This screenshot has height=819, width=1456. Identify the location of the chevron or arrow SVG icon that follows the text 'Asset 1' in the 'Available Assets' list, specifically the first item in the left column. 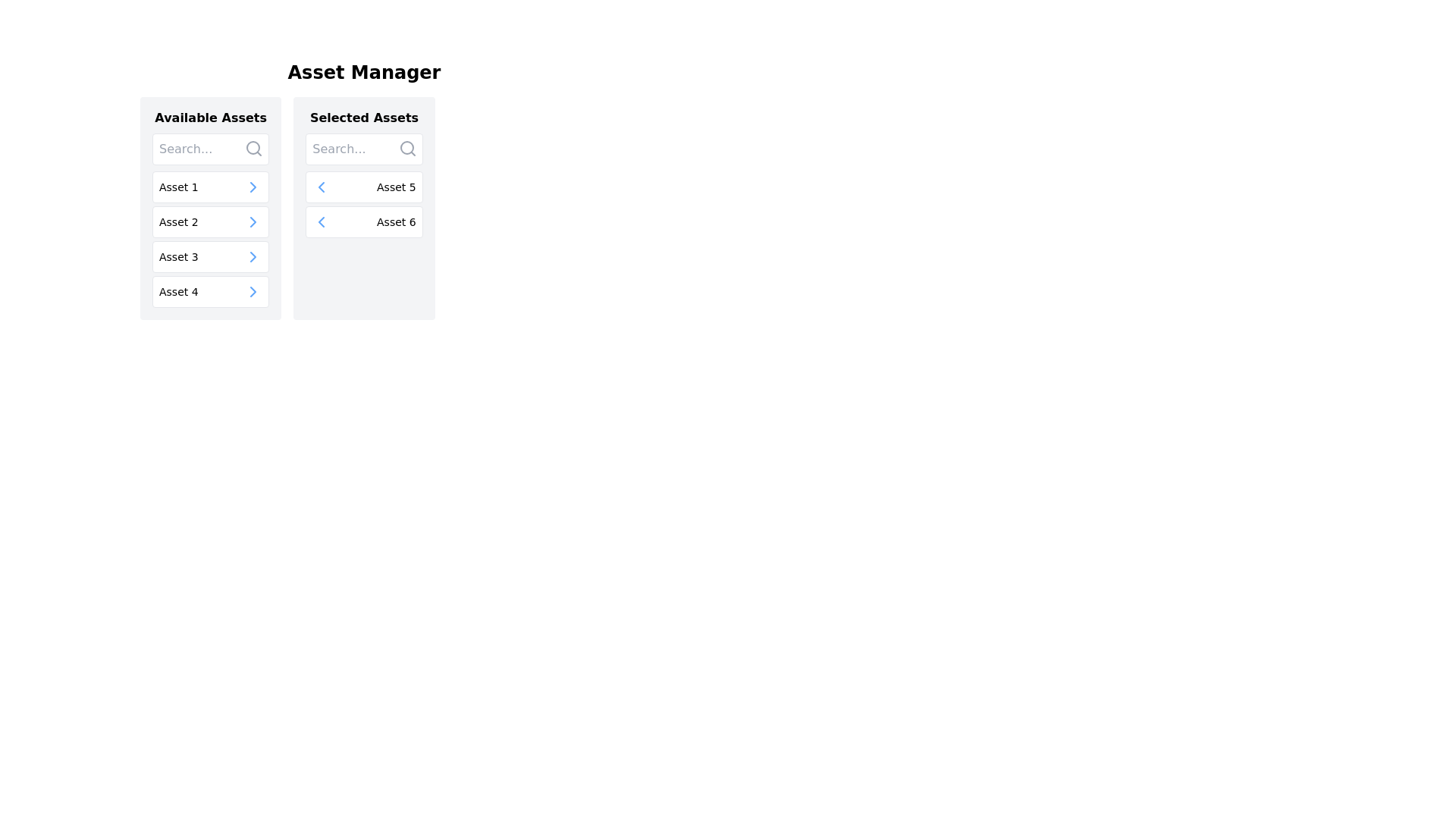
(253, 186).